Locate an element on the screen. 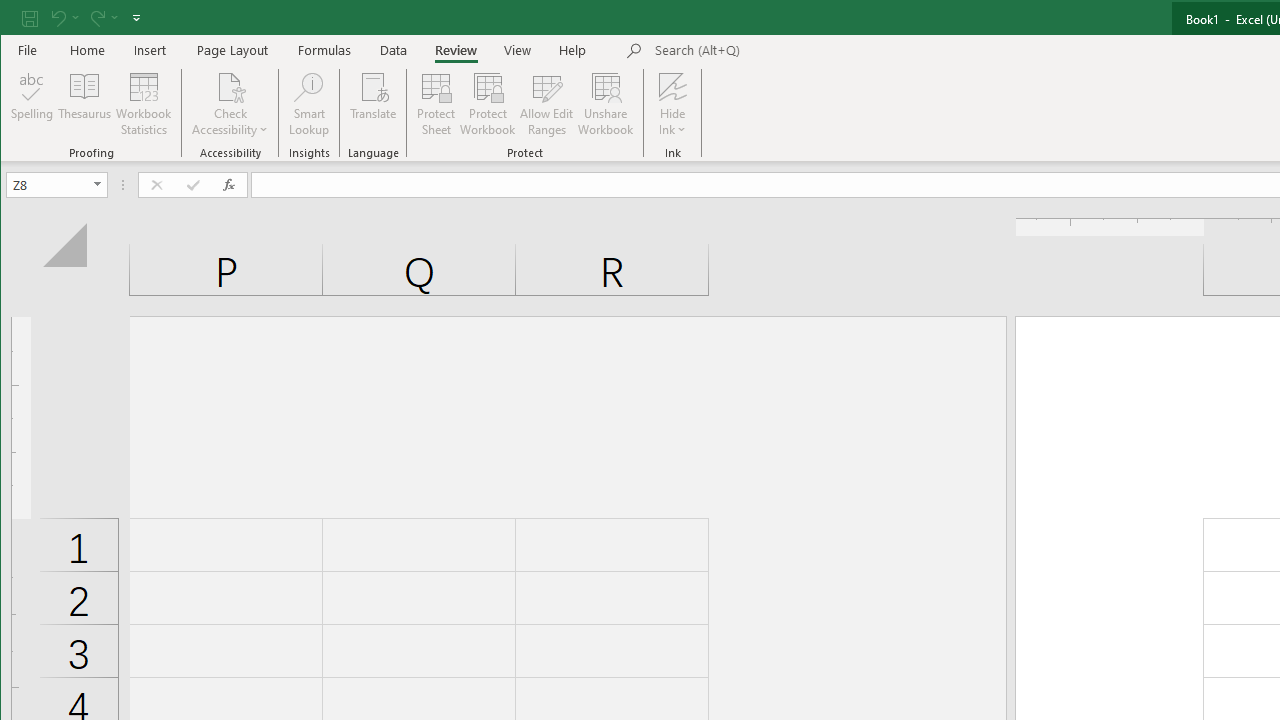  'Protect Sheet...' is located at coordinates (435, 104).